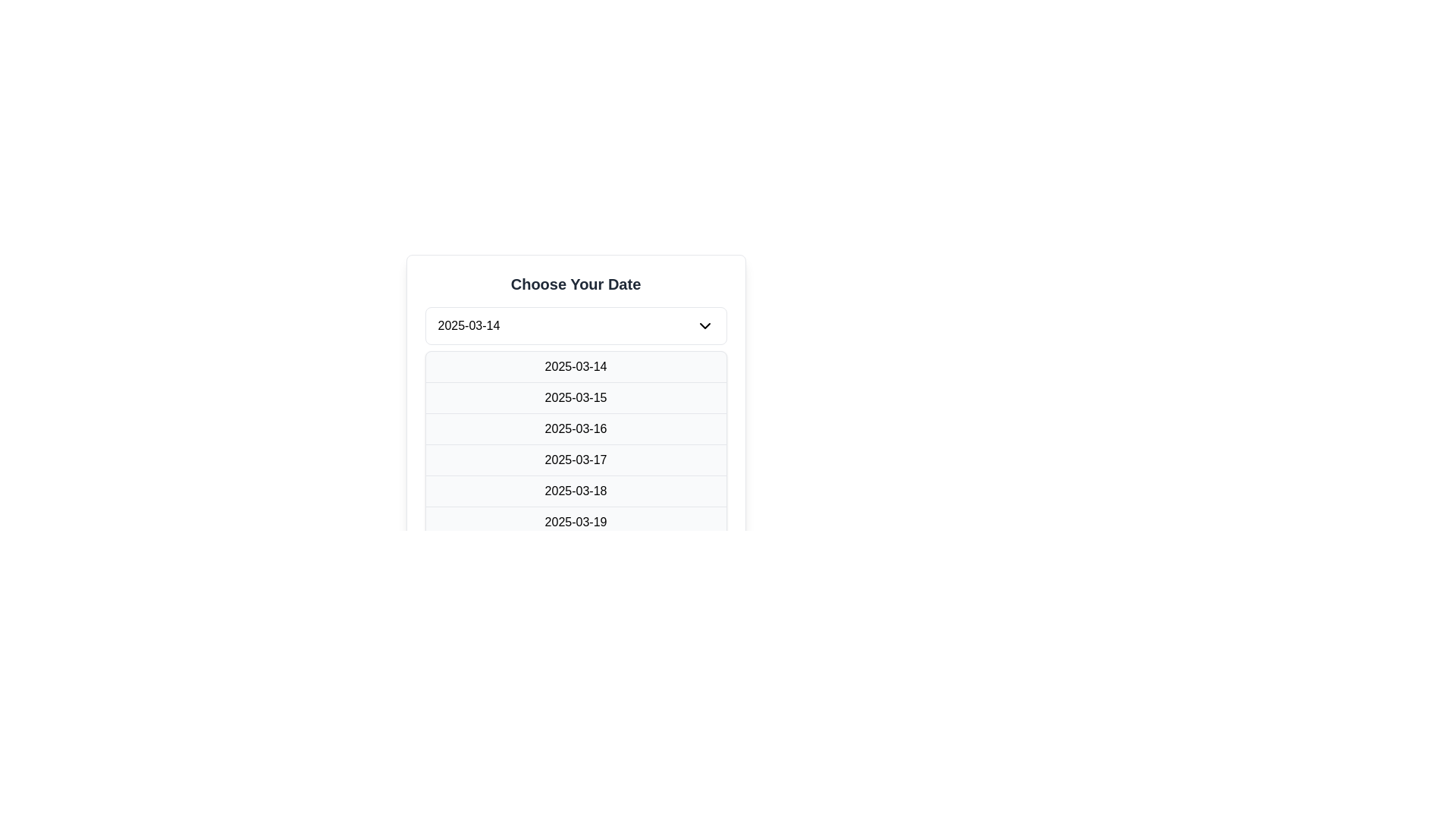  Describe the element at coordinates (575, 366) in the screenshot. I see `the list item displaying the date '2025-03-14'` at that location.